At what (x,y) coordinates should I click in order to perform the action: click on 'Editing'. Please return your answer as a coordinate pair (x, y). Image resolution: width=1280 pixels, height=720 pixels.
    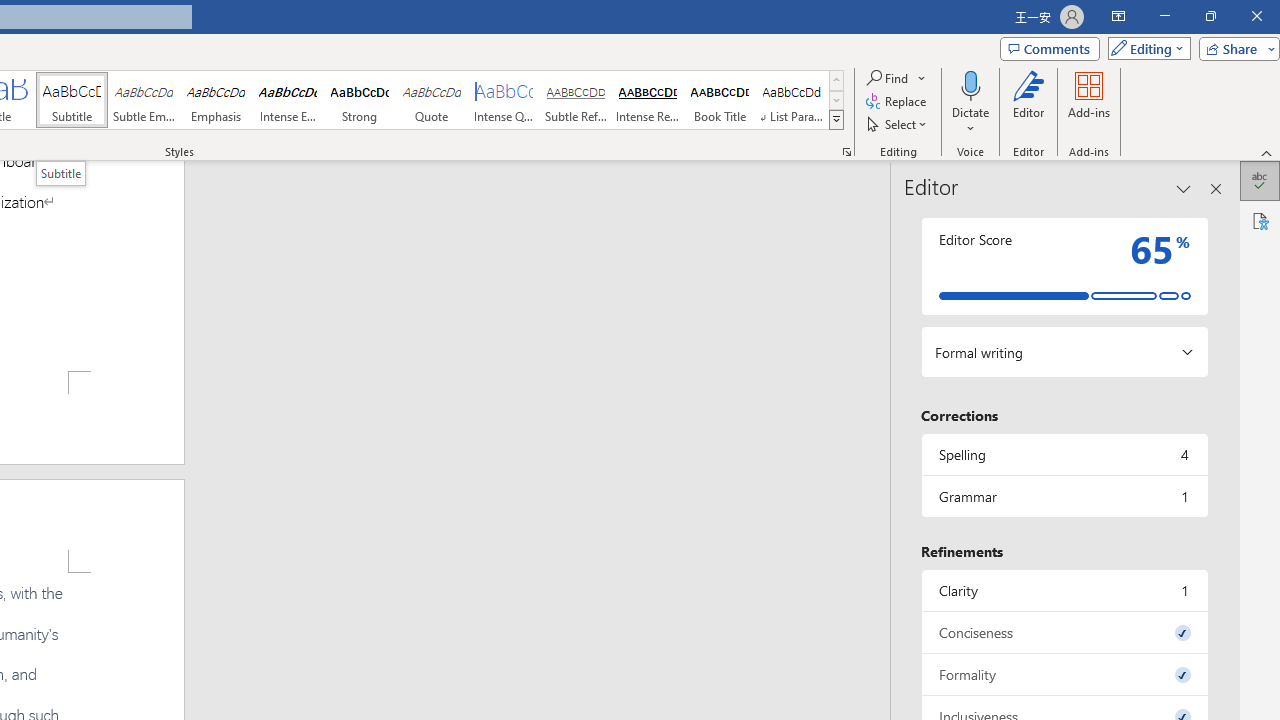
    Looking at the image, I should click on (1144, 47).